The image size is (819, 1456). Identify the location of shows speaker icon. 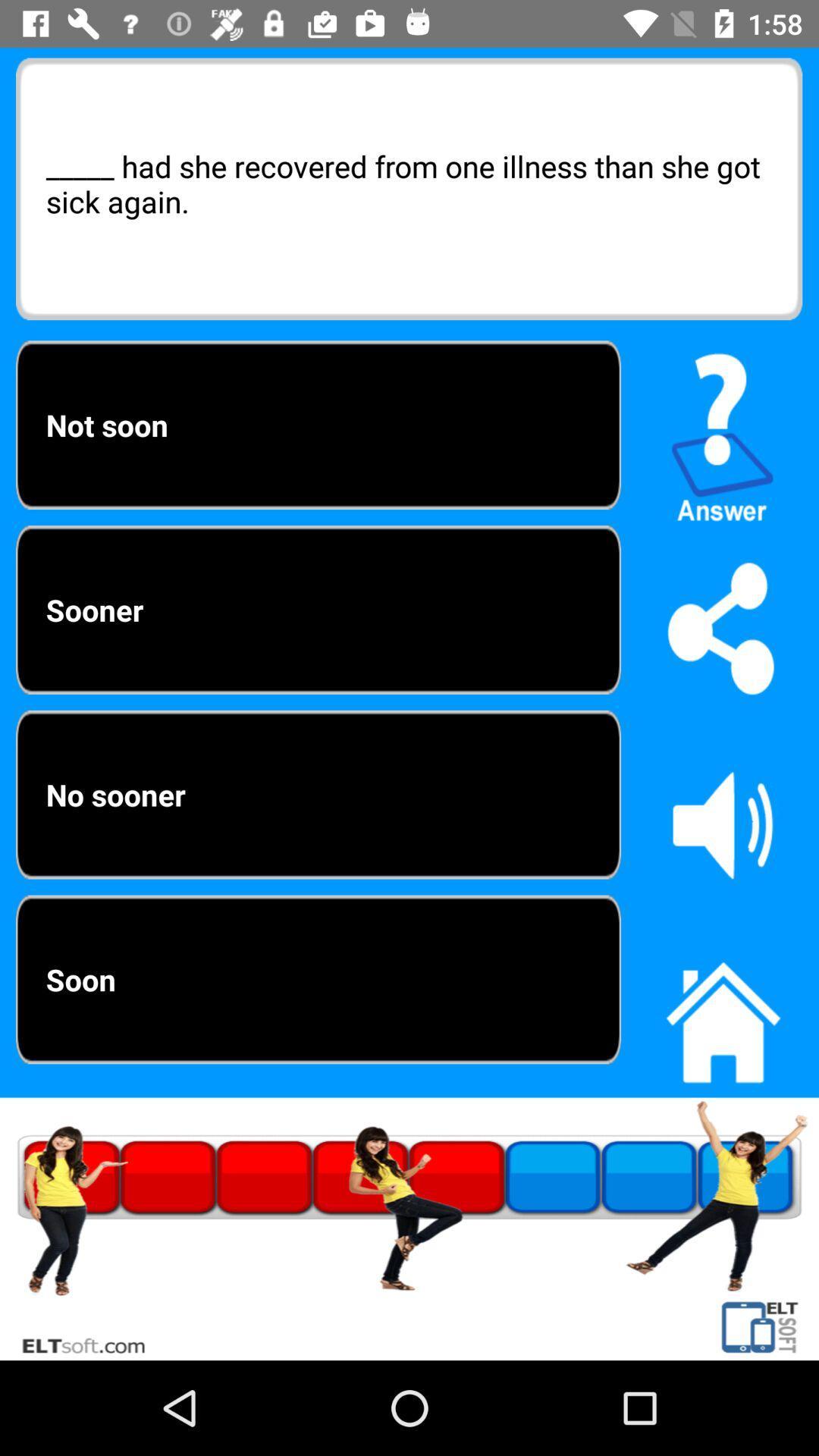
(722, 824).